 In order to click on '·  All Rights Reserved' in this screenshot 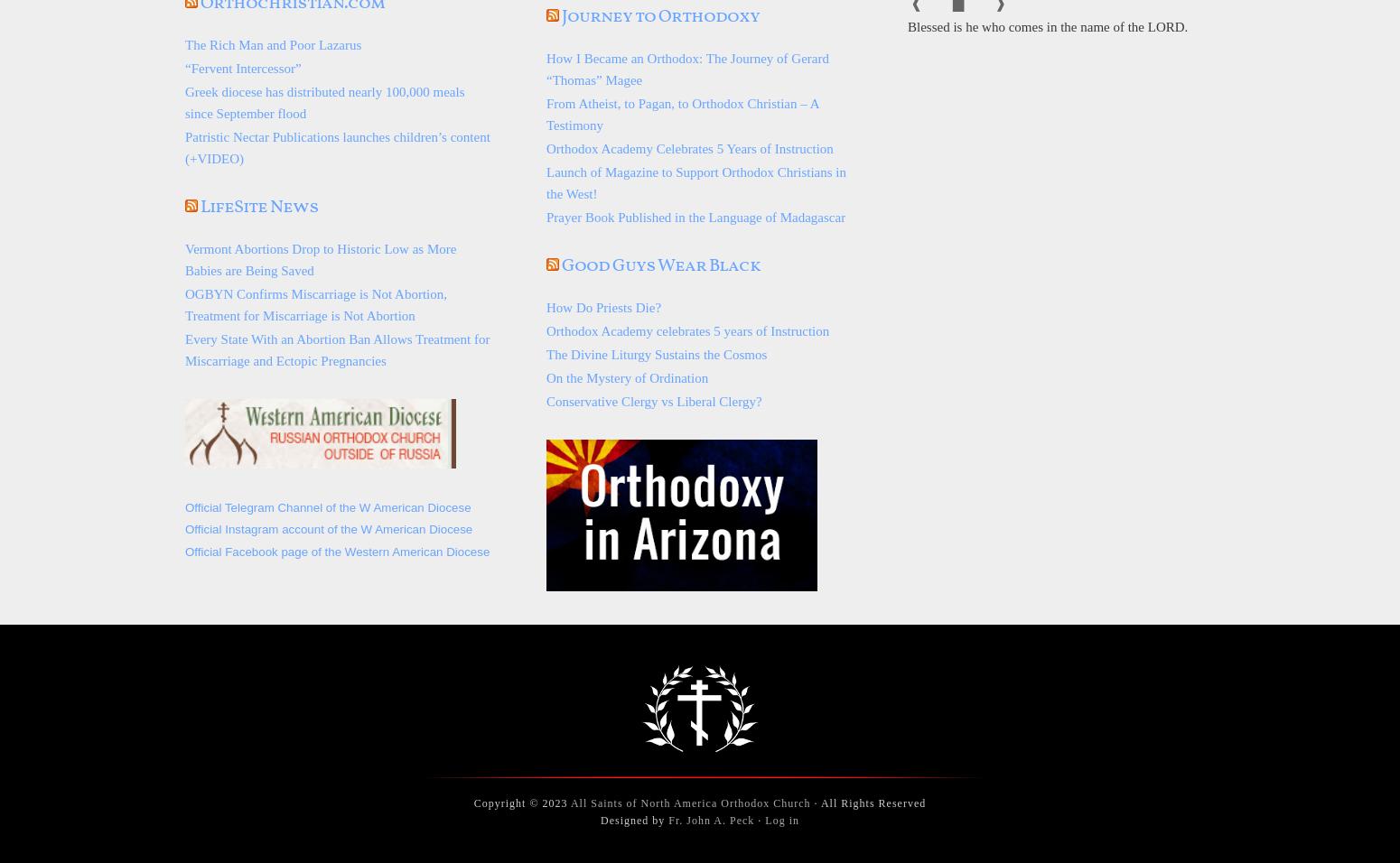, I will do `click(867, 802)`.